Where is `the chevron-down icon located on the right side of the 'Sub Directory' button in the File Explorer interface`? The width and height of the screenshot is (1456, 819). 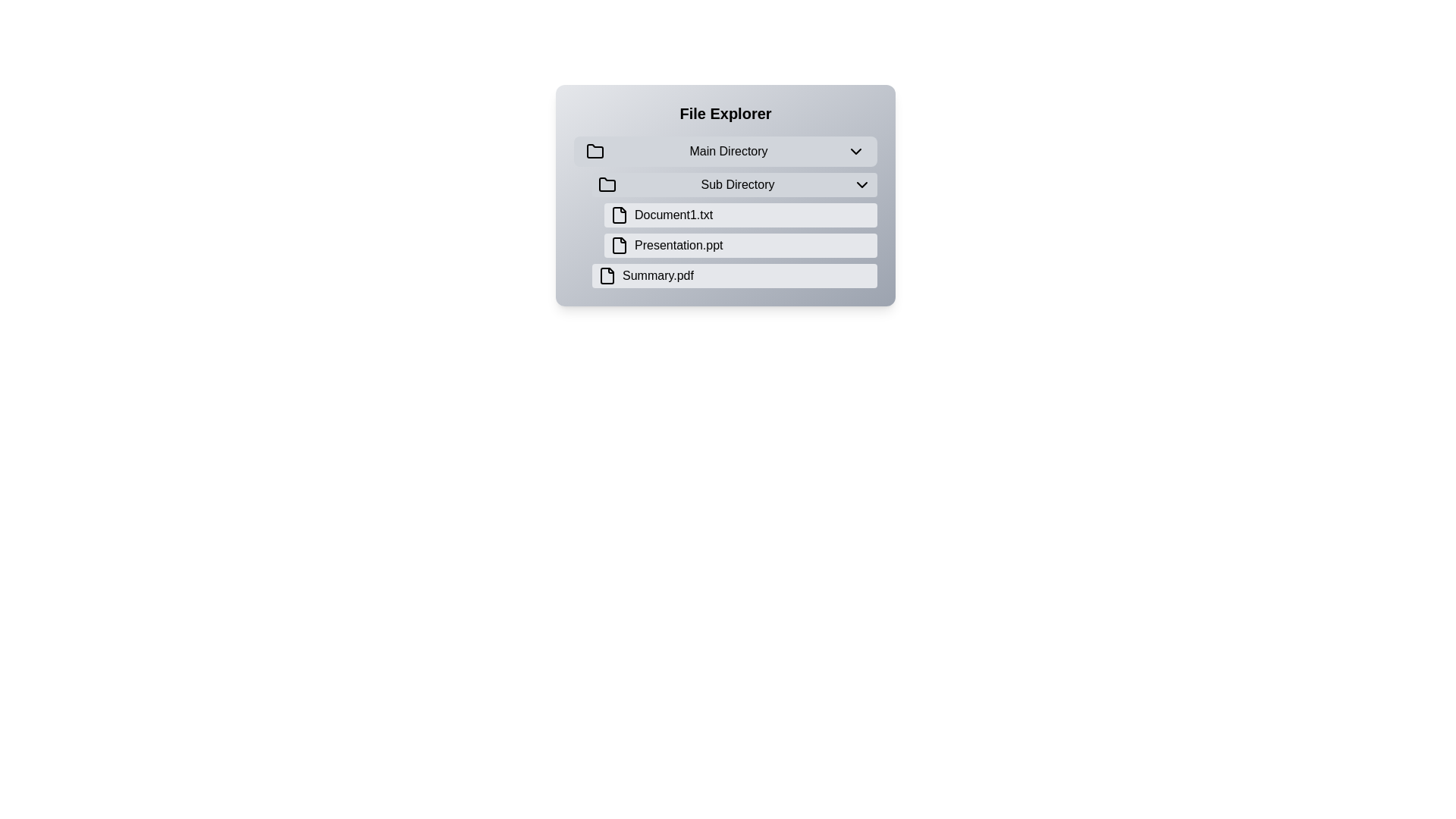
the chevron-down icon located on the right side of the 'Sub Directory' button in the File Explorer interface is located at coordinates (862, 184).